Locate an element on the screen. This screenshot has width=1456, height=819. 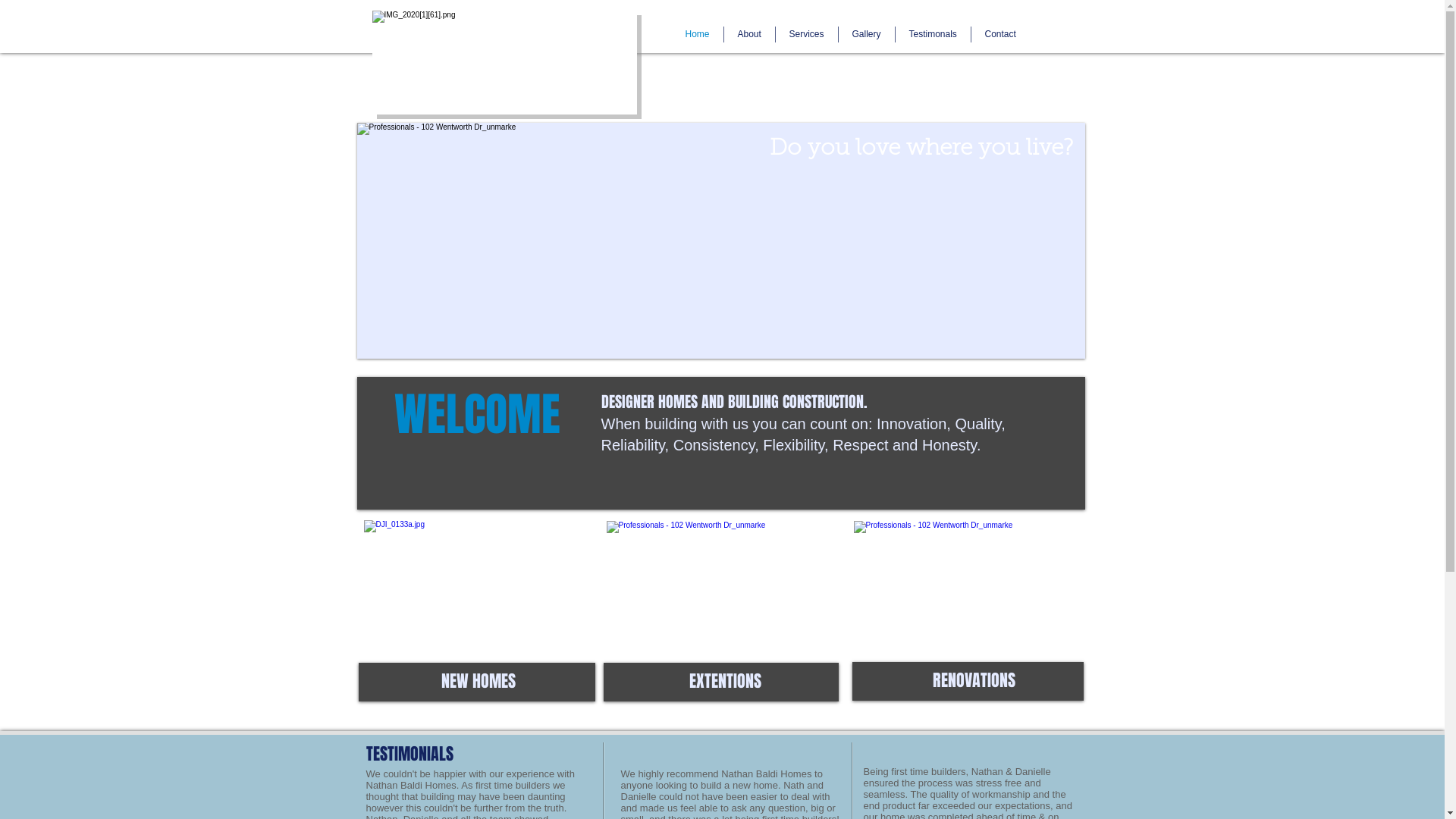
'About' is located at coordinates (748, 34).